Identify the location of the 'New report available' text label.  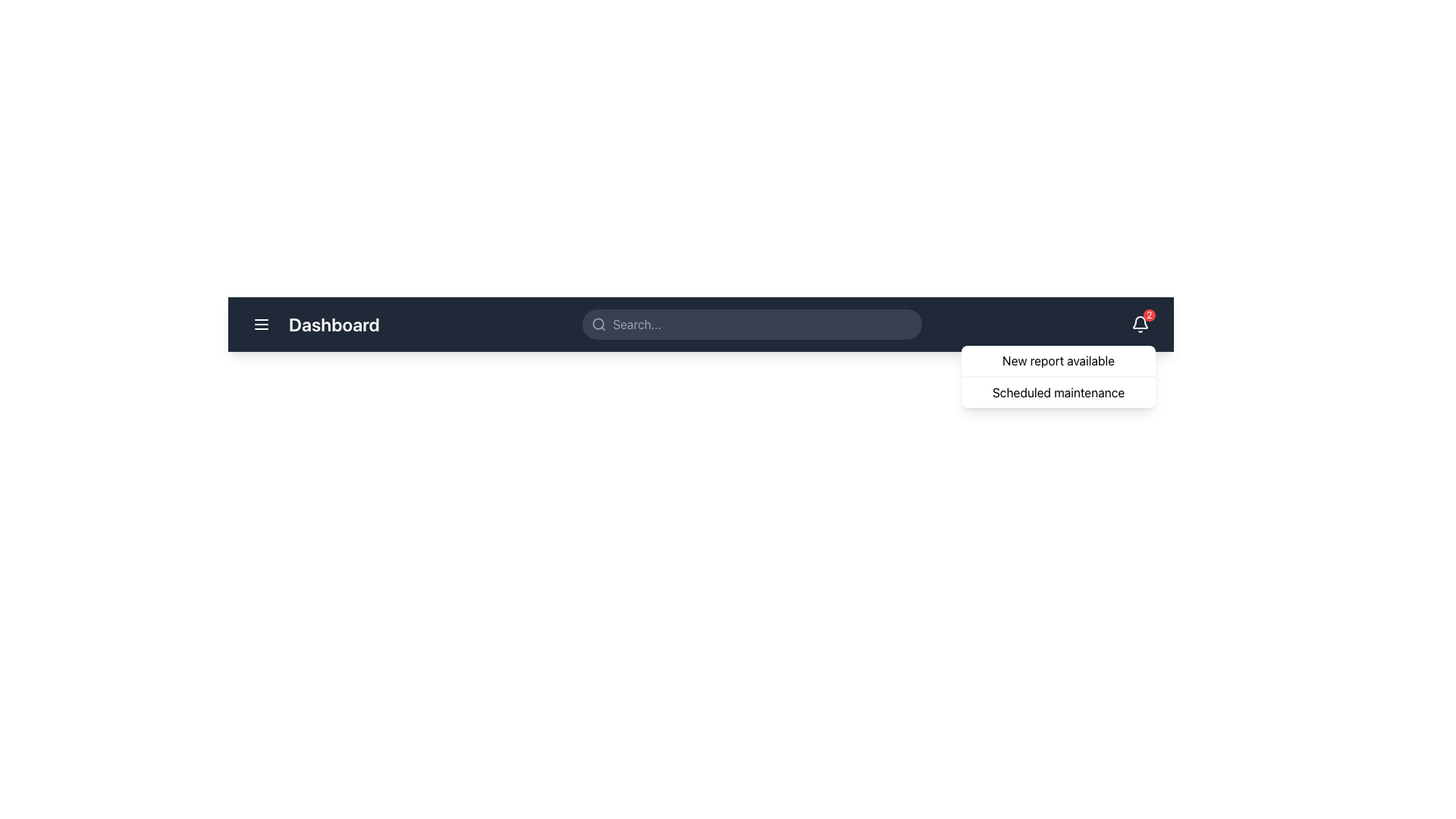
(1058, 360).